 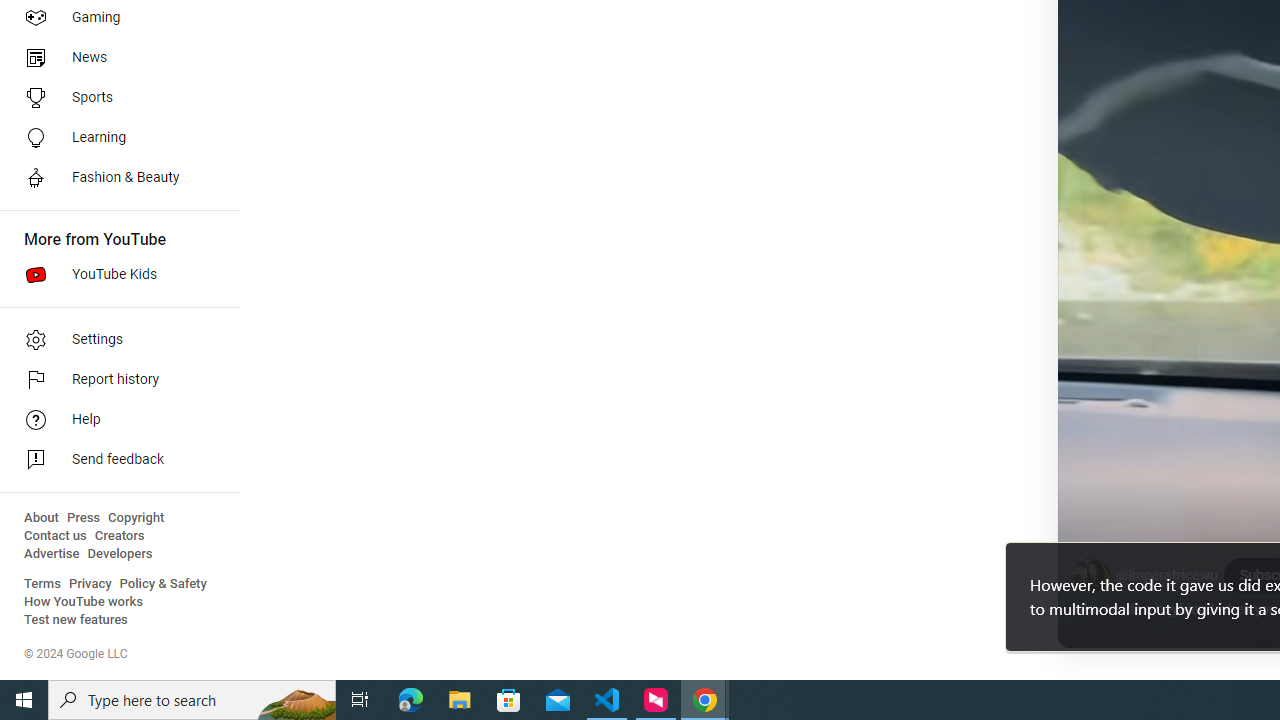 What do you see at coordinates (89, 584) in the screenshot?
I see `'Privacy'` at bounding box center [89, 584].